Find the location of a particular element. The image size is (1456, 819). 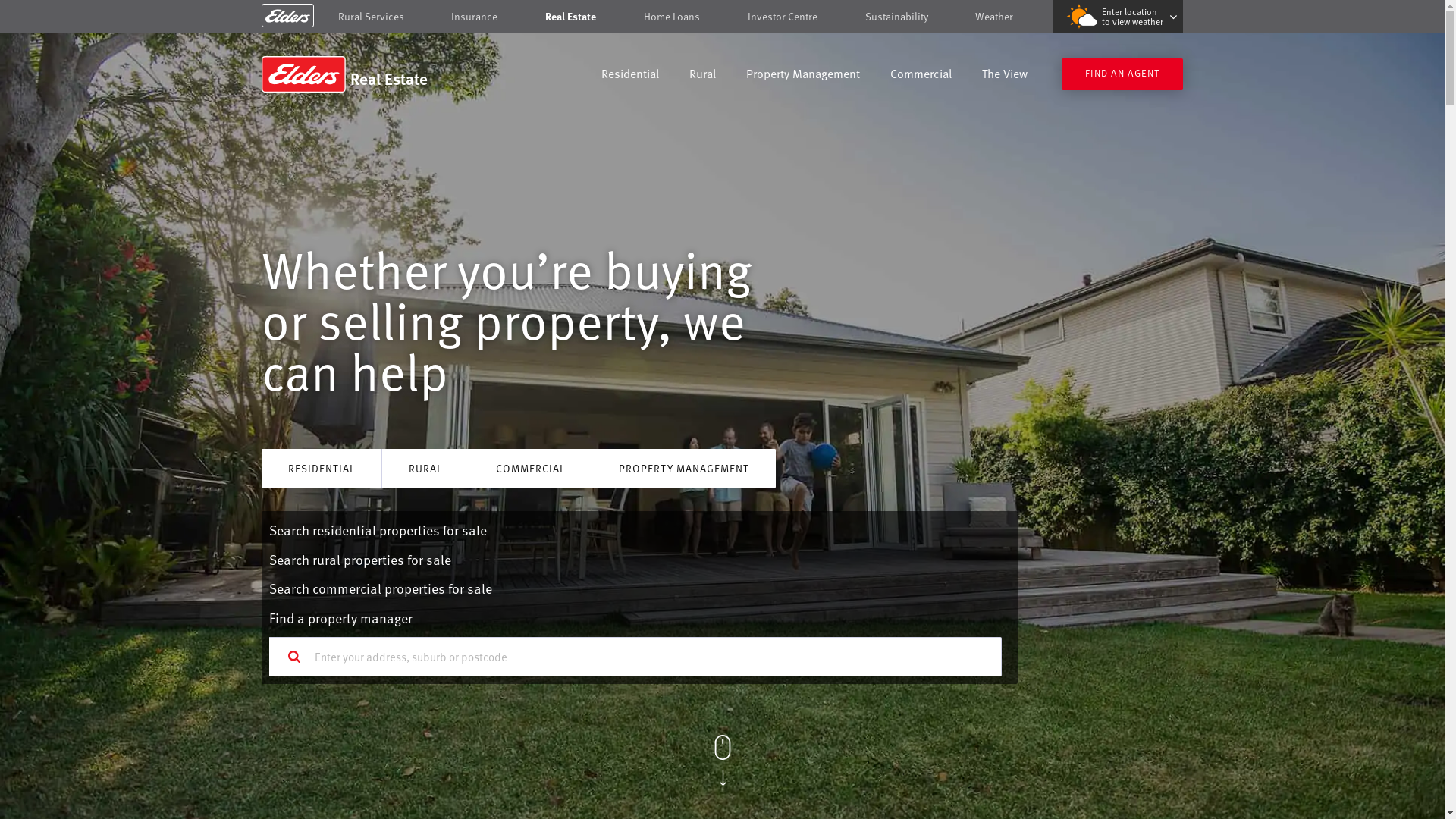

'Enter location to view weather' is located at coordinates (1117, 16).